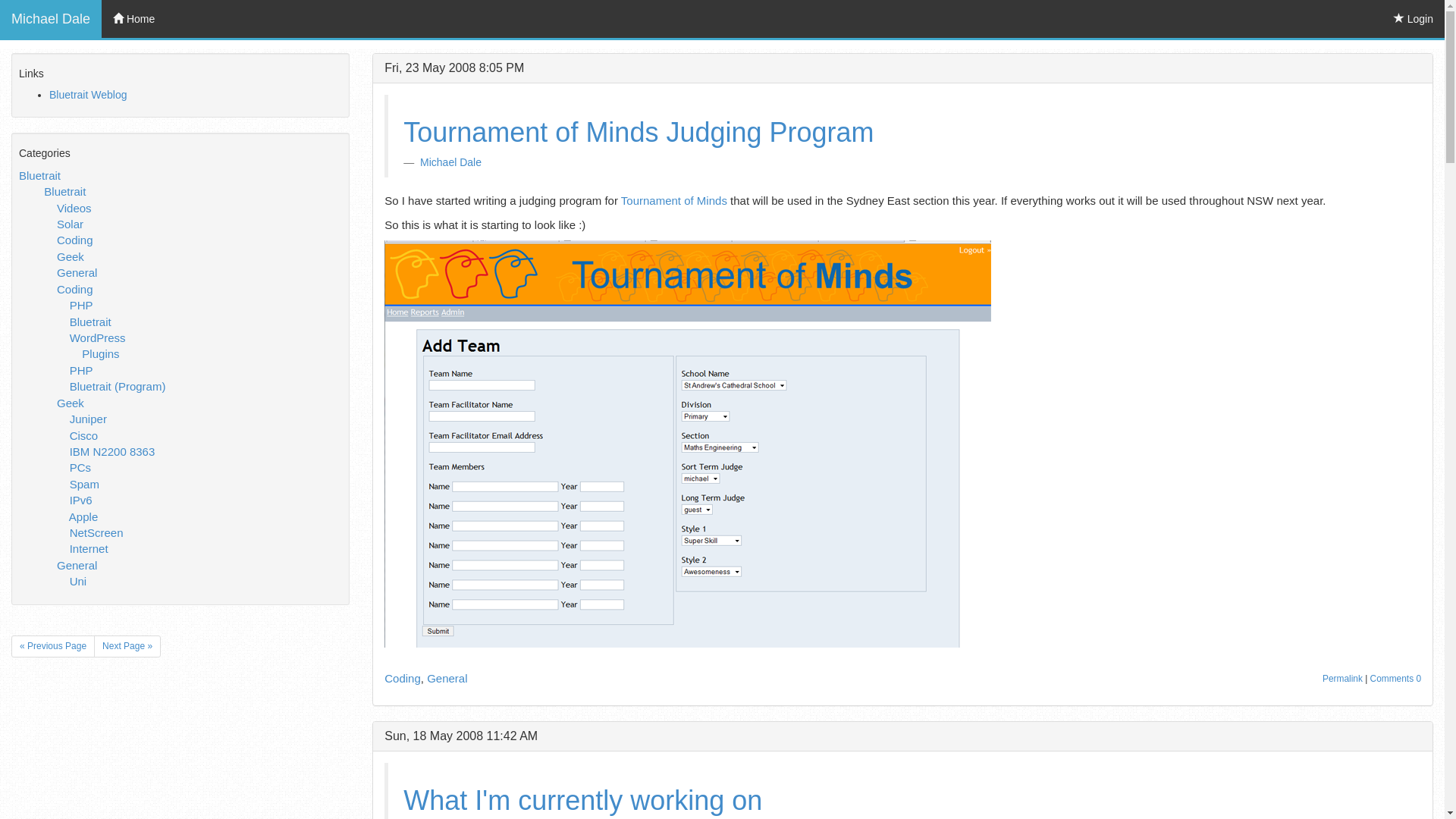 The width and height of the screenshot is (1456, 819). Describe the element at coordinates (68, 337) in the screenshot. I see `'WordPress'` at that location.